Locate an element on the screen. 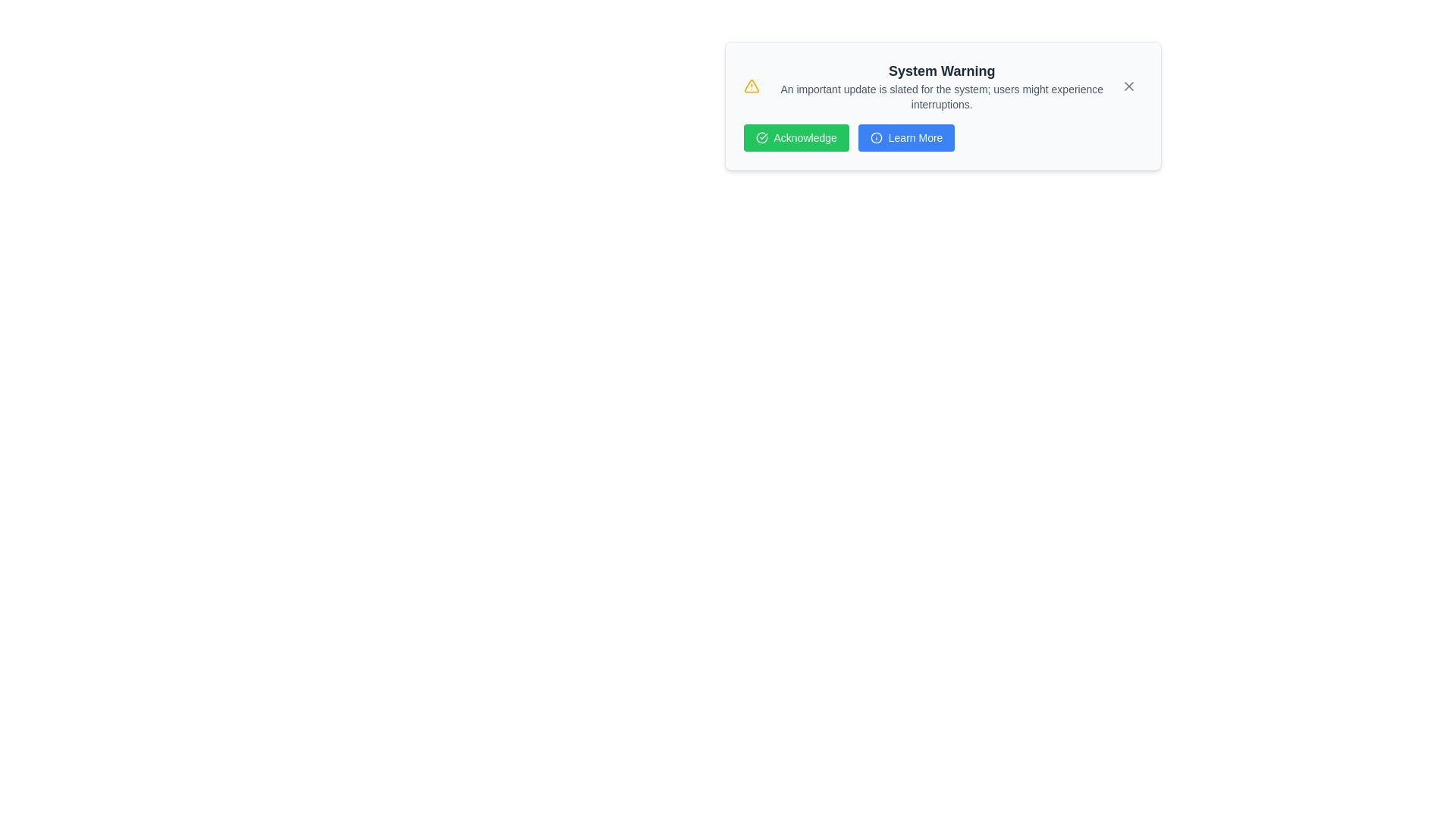 The width and height of the screenshot is (1456, 819). the small, rounded button with an 'X' icon at the top-right corner of the notification panel is located at coordinates (1128, 86).